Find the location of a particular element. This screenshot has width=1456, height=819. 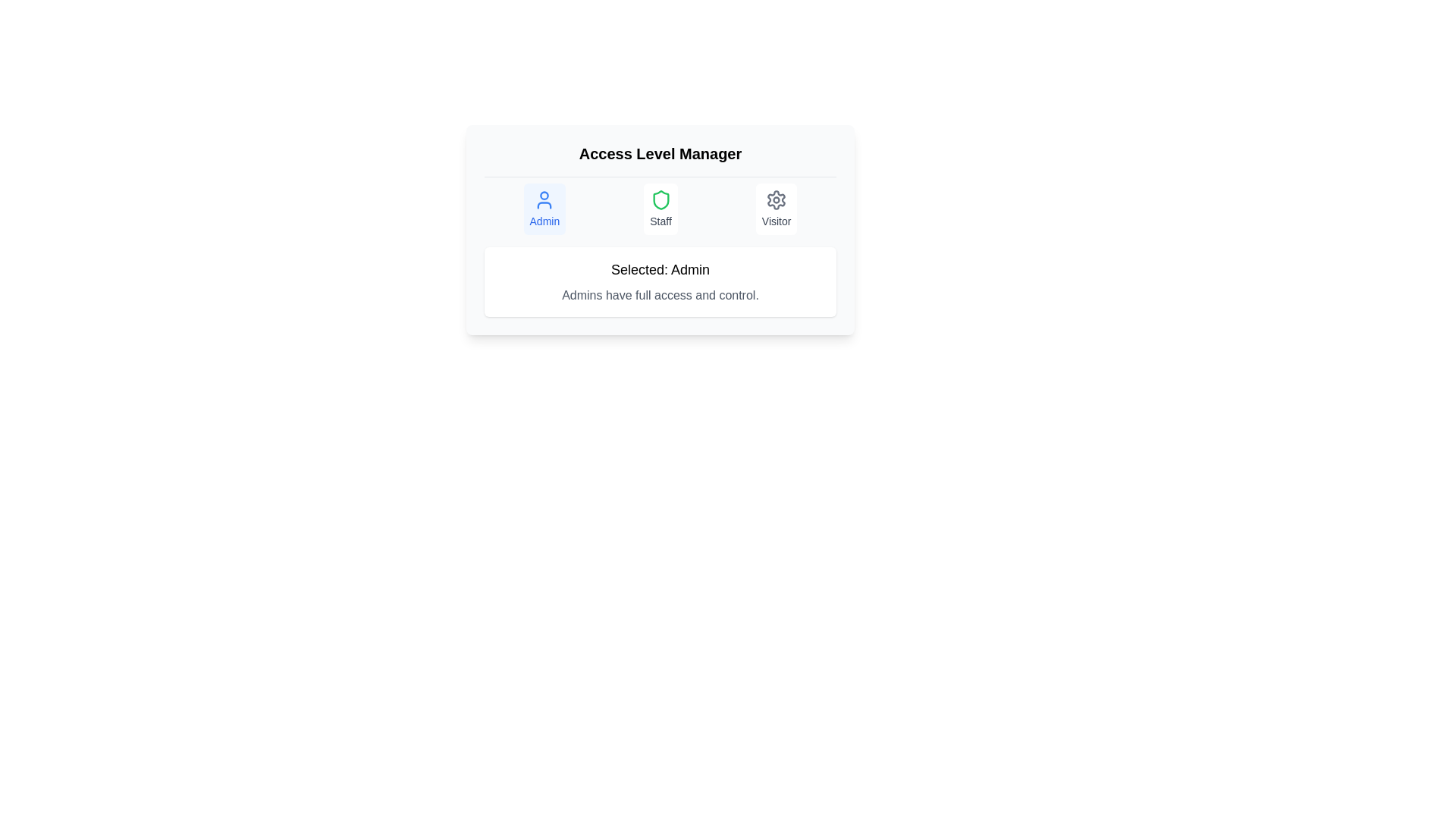

the bottom part of the user icon graphic, which represents the shoulders, located under the 'Access Level Manager' section is located at coordinates (544, 205).